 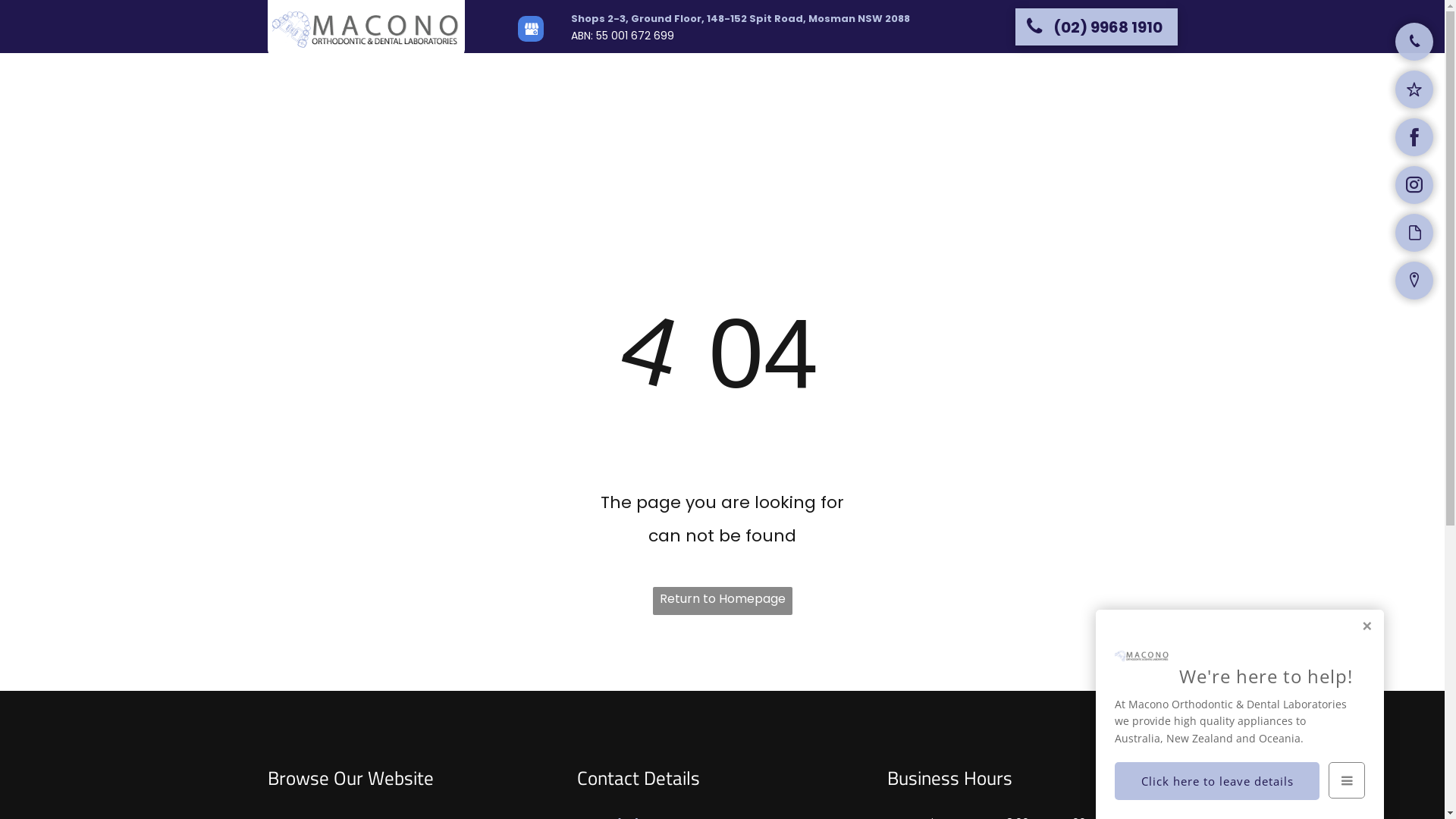 What do you see at coordinates (1216, 780) in the screenshot?
I see `'Click here to leave details'` at bounding box center [1216, 780].